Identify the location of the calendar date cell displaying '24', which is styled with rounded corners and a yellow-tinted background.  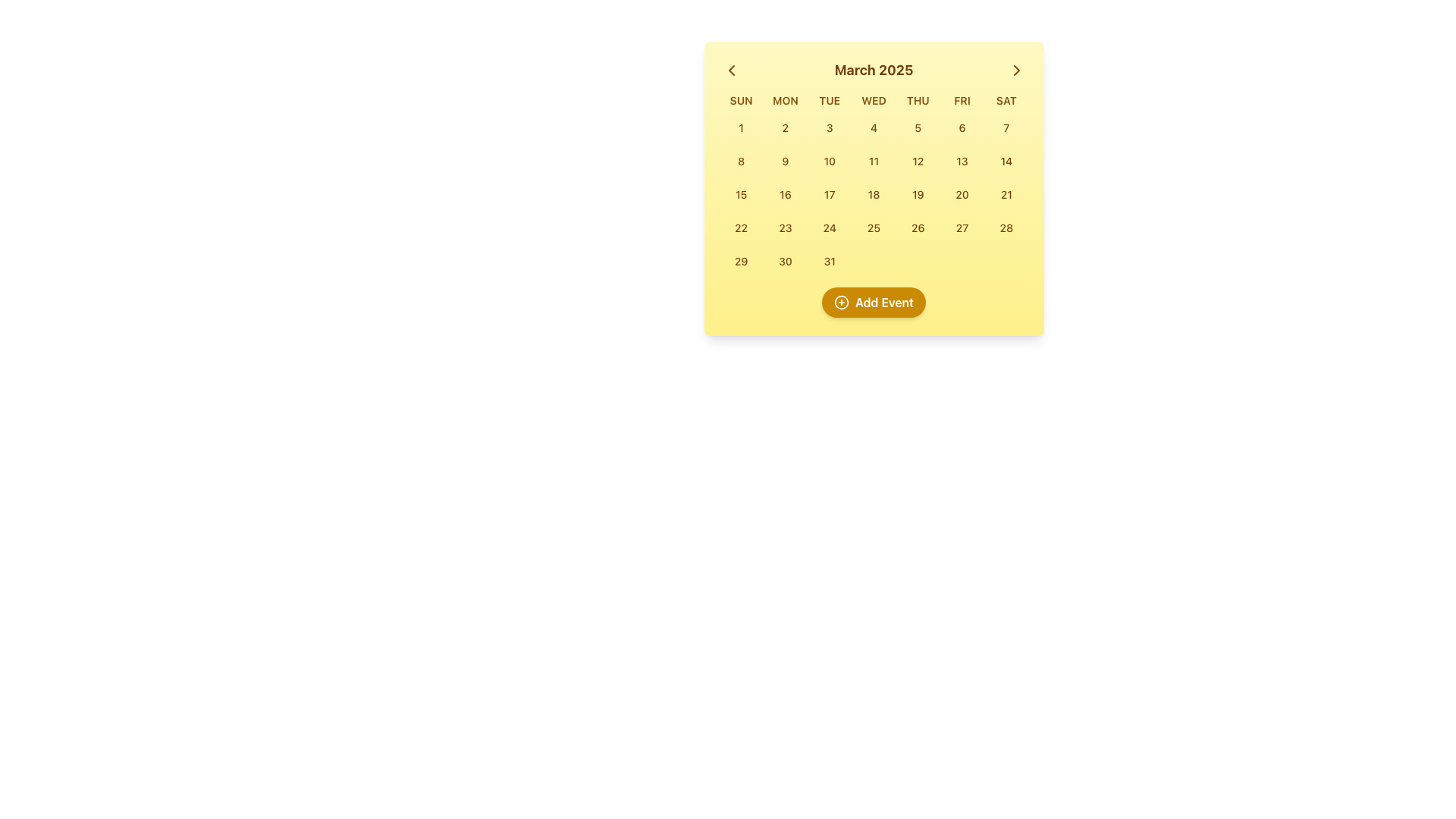
(829, 227).